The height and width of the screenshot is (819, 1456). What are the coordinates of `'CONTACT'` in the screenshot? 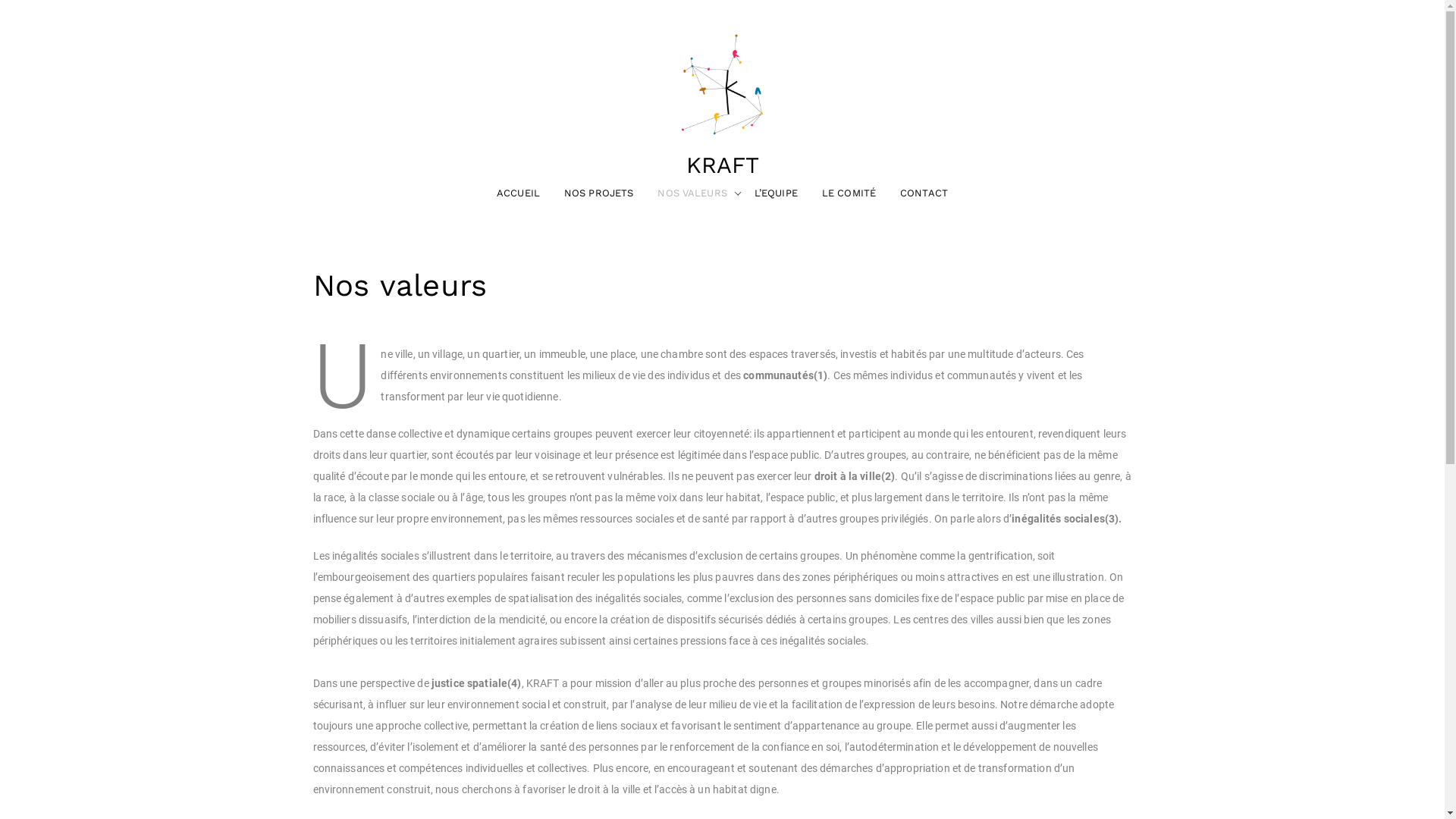 It's located at (923, 192).